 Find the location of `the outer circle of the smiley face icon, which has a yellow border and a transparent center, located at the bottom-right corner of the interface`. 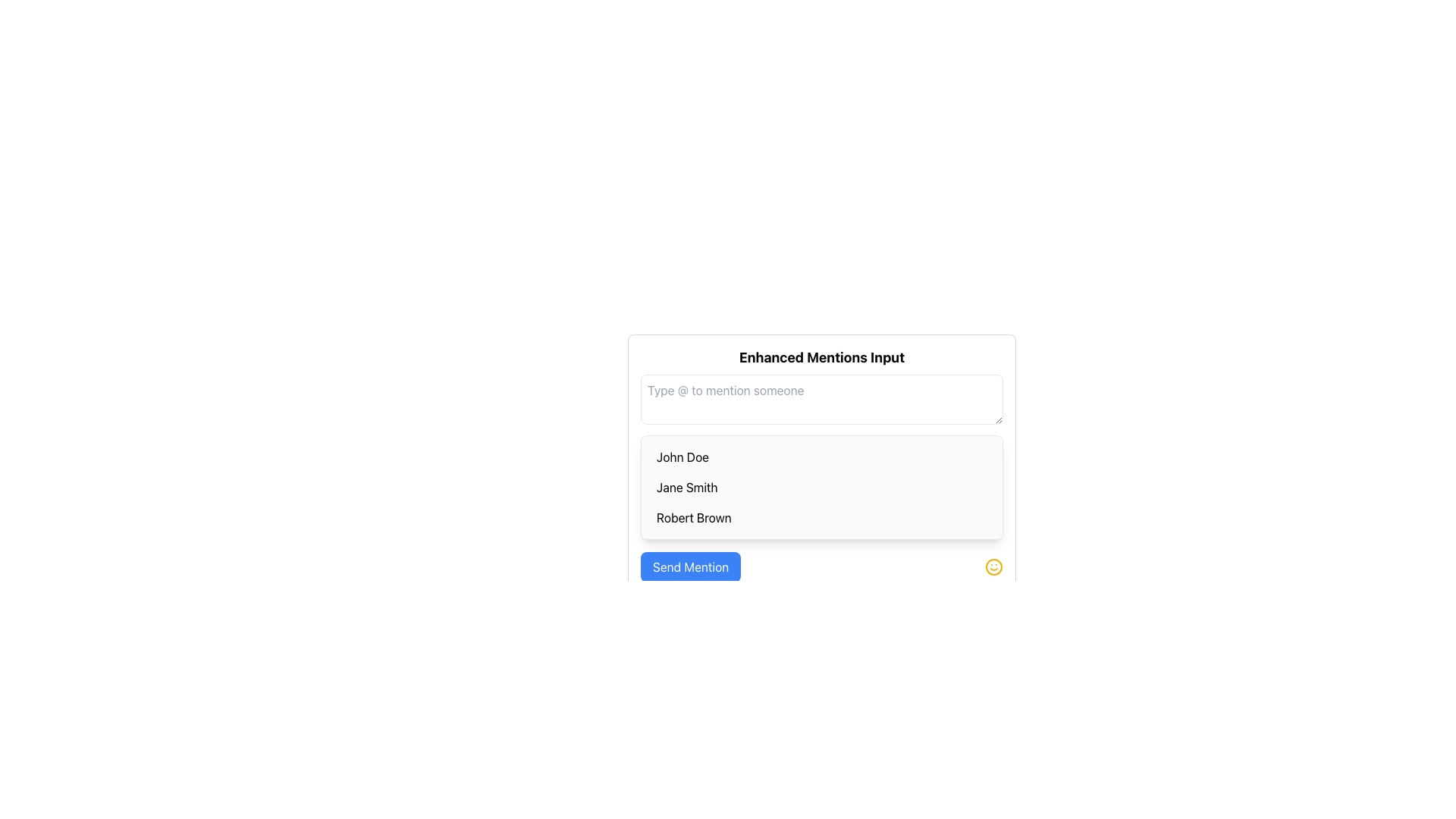

the outer circle of the smiley face icon, which has a yellow border and a transparent center, located at the bottom-right corner of the interface is located at coordinates (993, 567).